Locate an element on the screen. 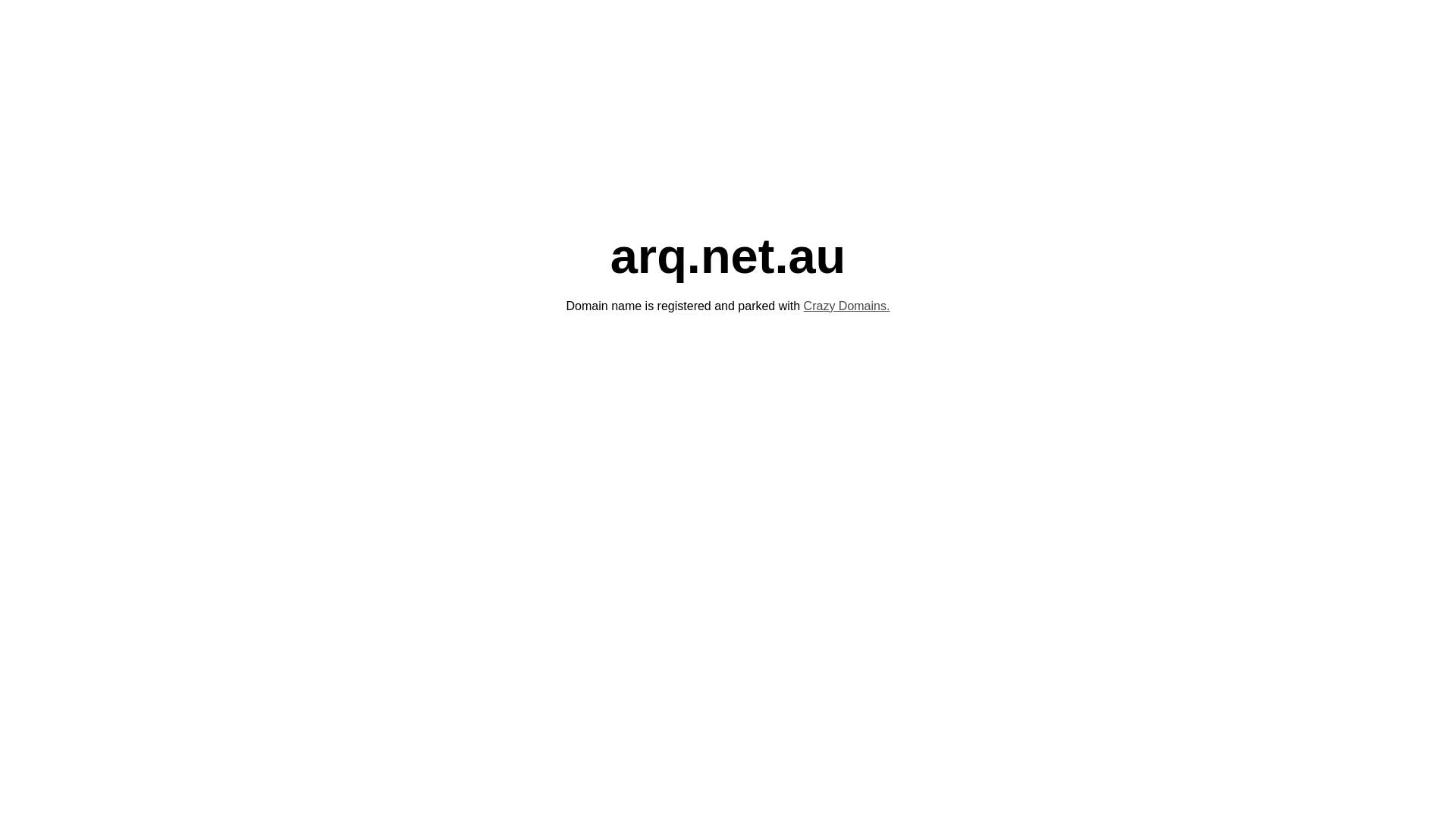  'Crazy Domains.' is located at coordinates (846, 306).